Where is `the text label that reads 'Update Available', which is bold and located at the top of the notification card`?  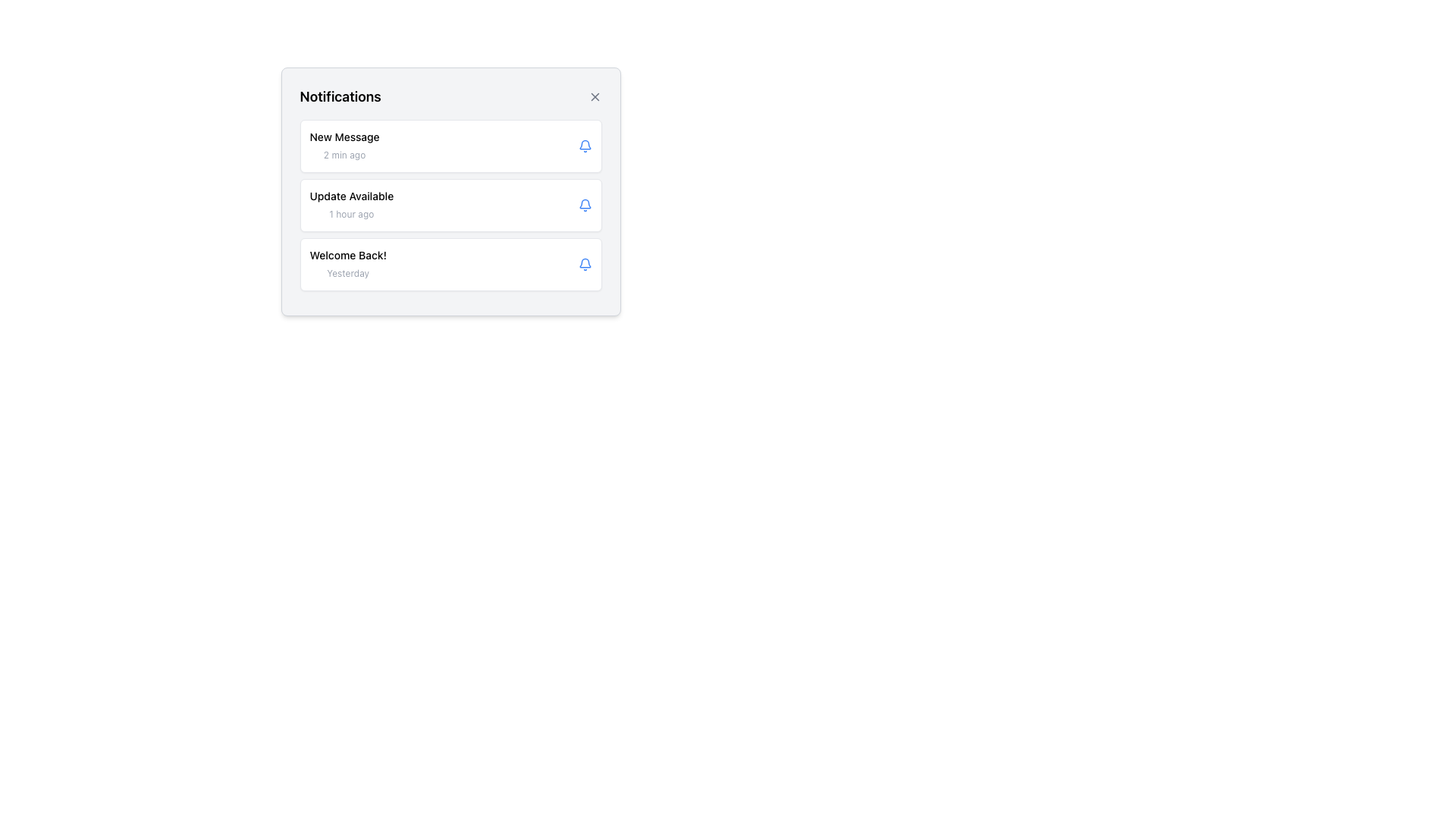 the text label that reads 'Update Available', which is bold and located at the top of the notification card is located at coordinates (350, 195).